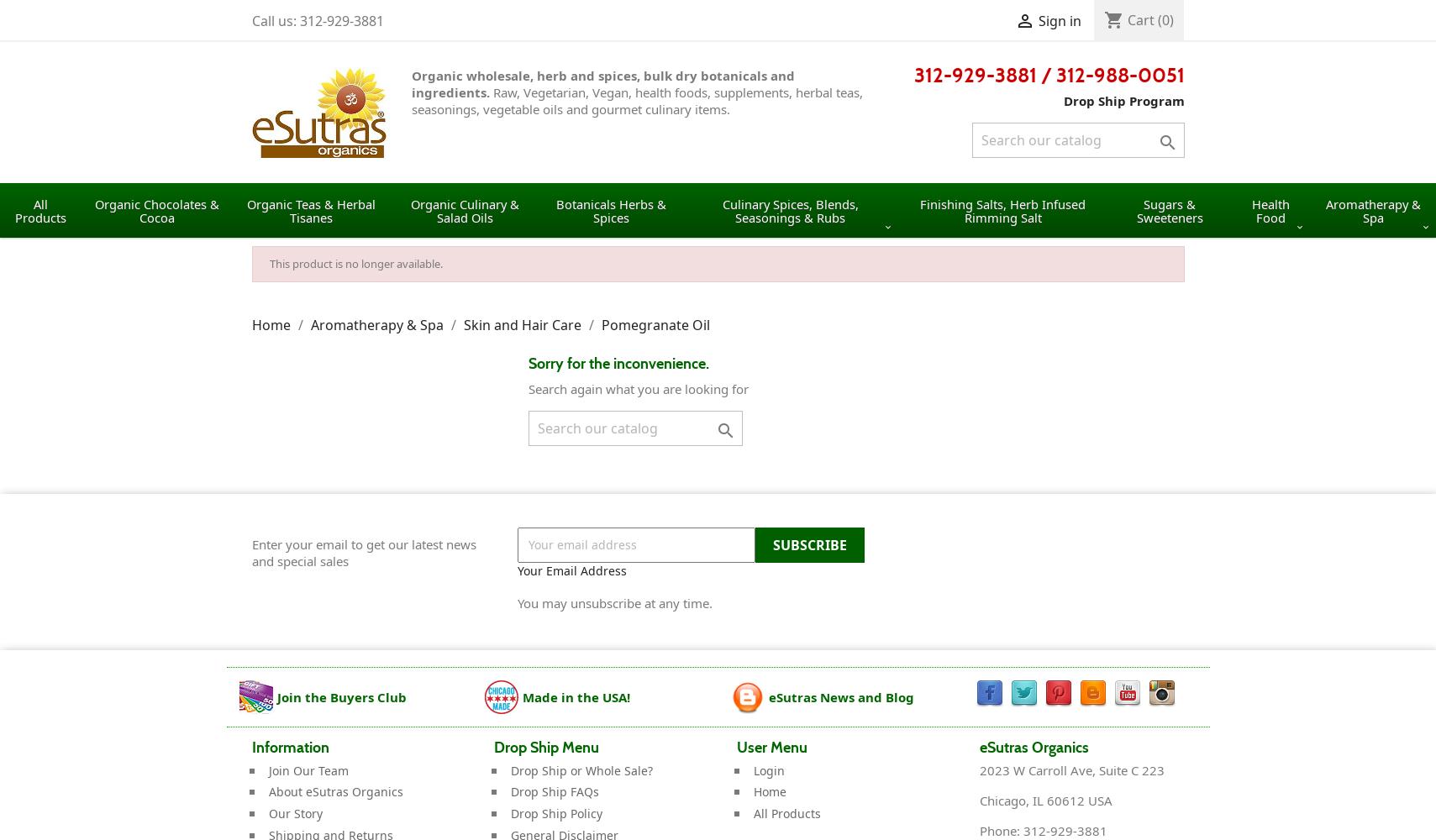 Image resolution: width=1436 pixels, height=840 pixels. Describe the element at coordinates (1015, 829) in the screenshot. I see `':'` at that location.